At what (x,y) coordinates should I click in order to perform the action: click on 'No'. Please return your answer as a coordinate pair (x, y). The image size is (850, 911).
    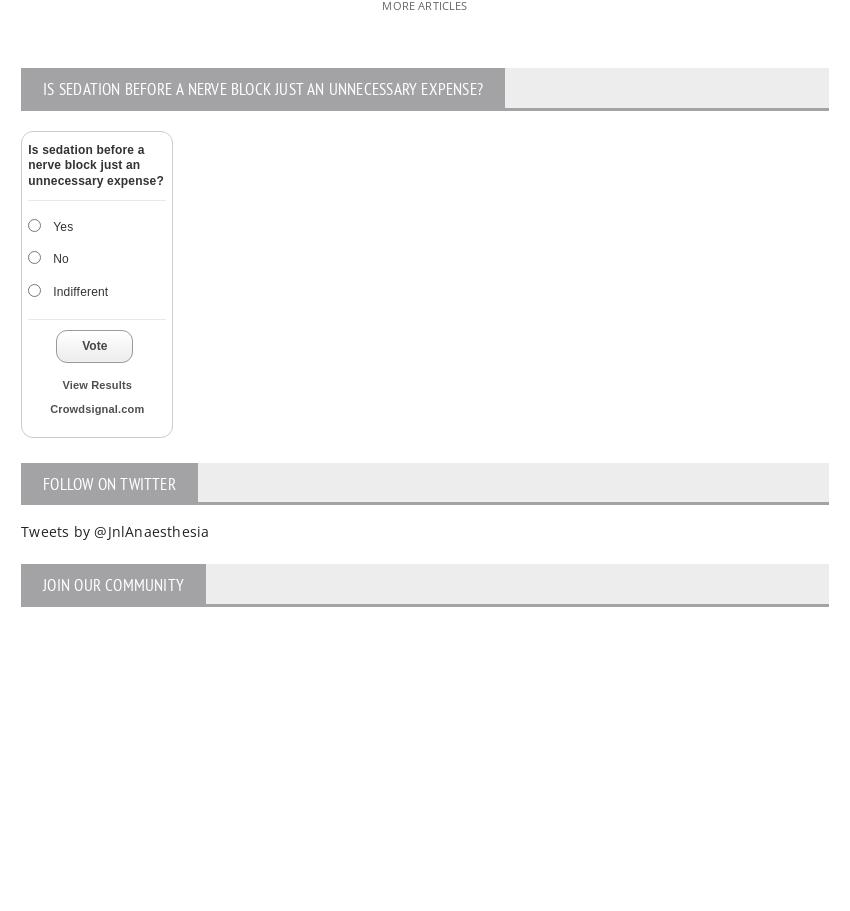
    Looking at the image, I should click on (60, 257).